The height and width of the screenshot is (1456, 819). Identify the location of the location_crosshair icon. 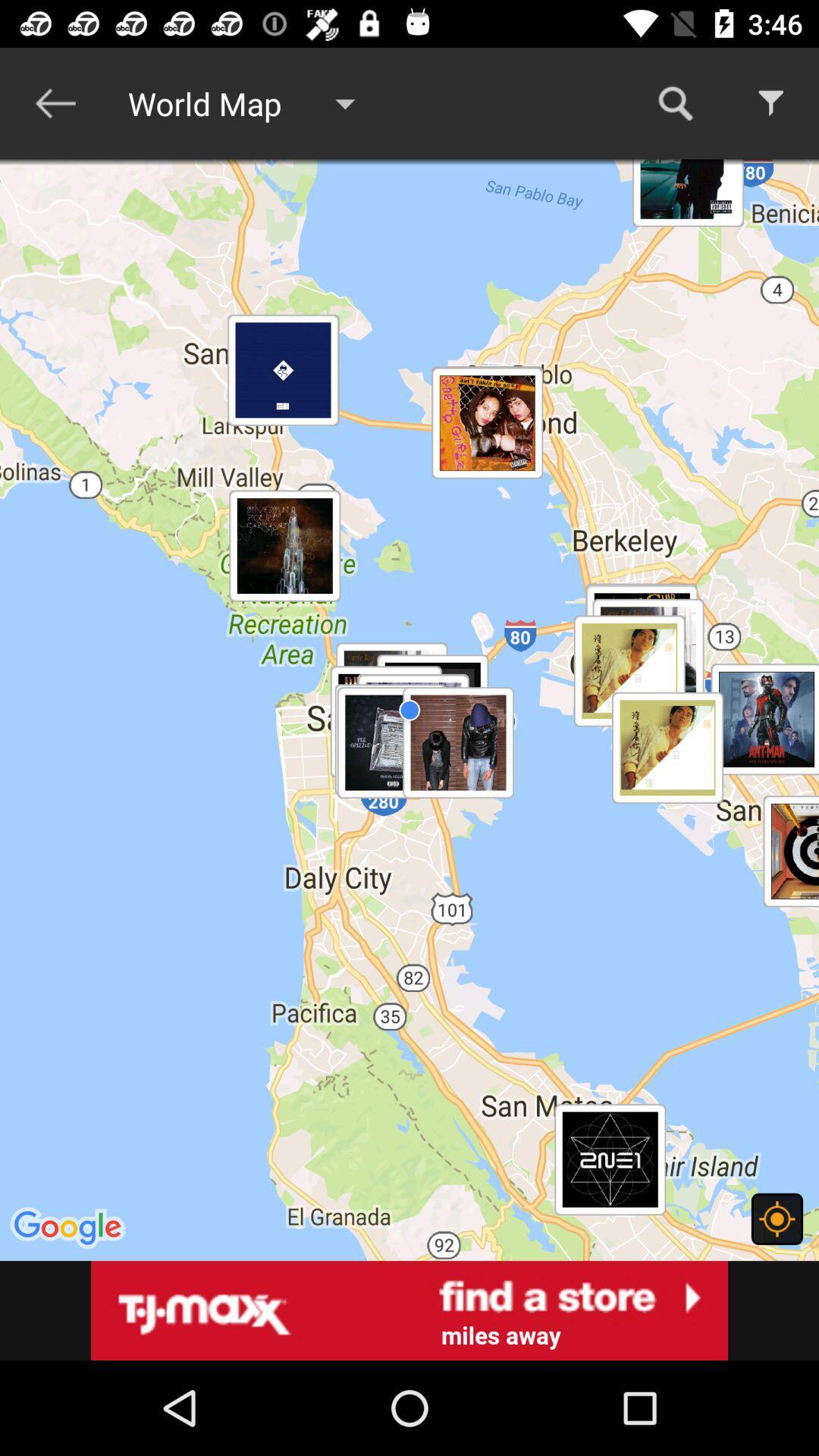
(777, 1219).